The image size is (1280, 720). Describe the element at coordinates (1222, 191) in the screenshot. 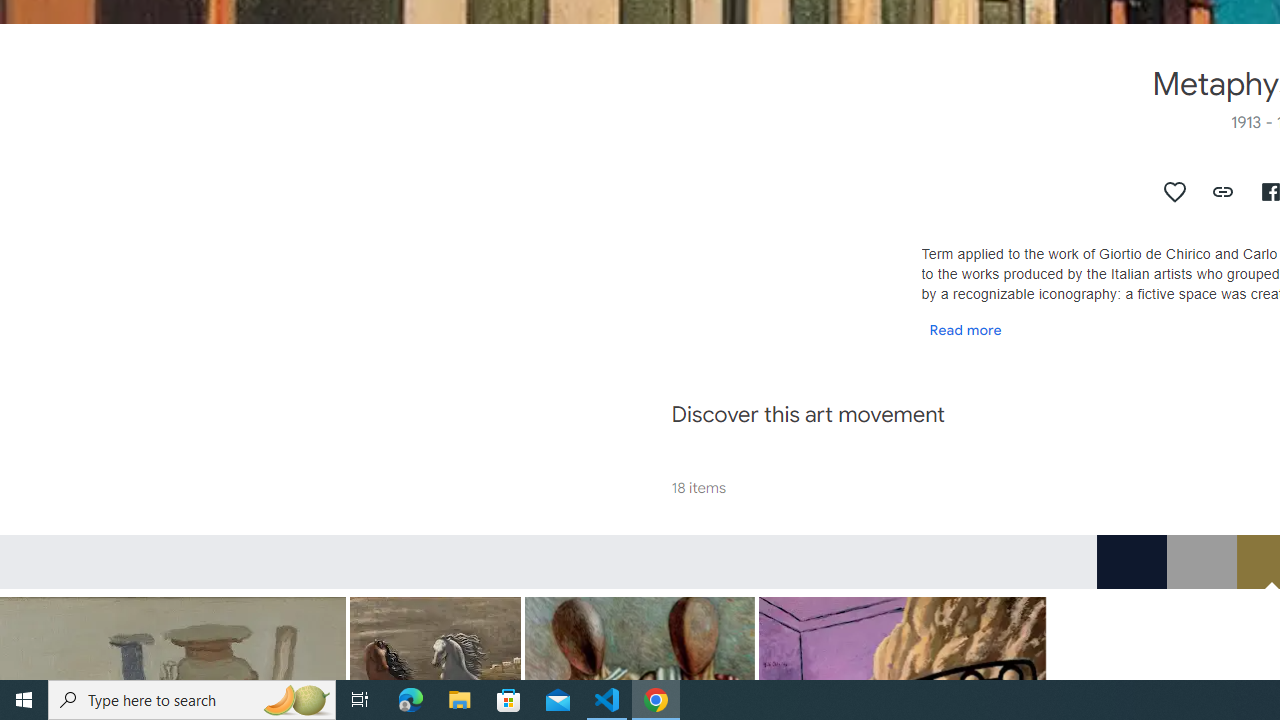

I see `'Copy Link'` at that location.